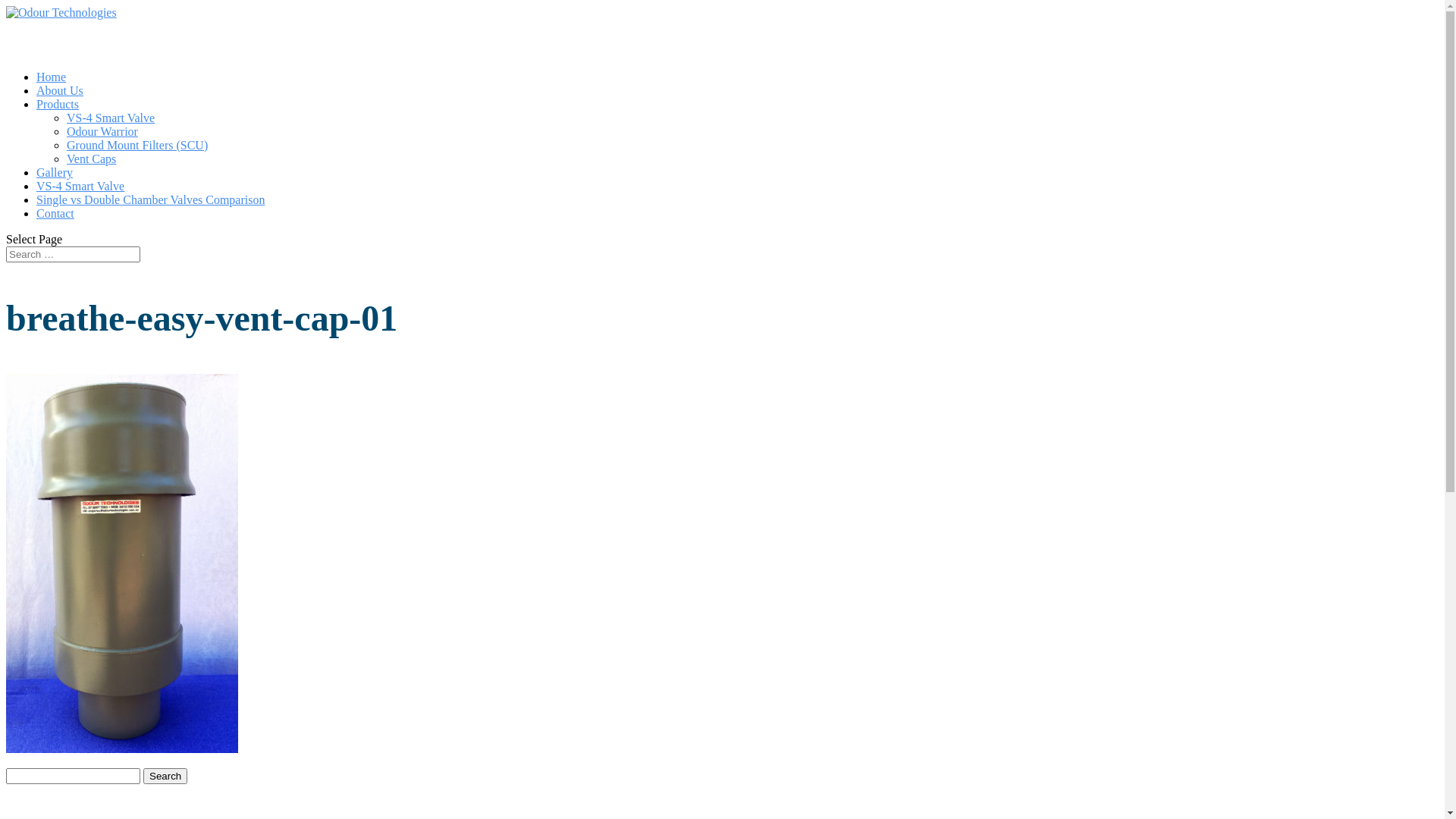 The height and width of the screenshot is (819, 1456). What do you see at coordinates (165, 776) in the screenshot?
I see `'Search'` at bounding box center [165, 776].